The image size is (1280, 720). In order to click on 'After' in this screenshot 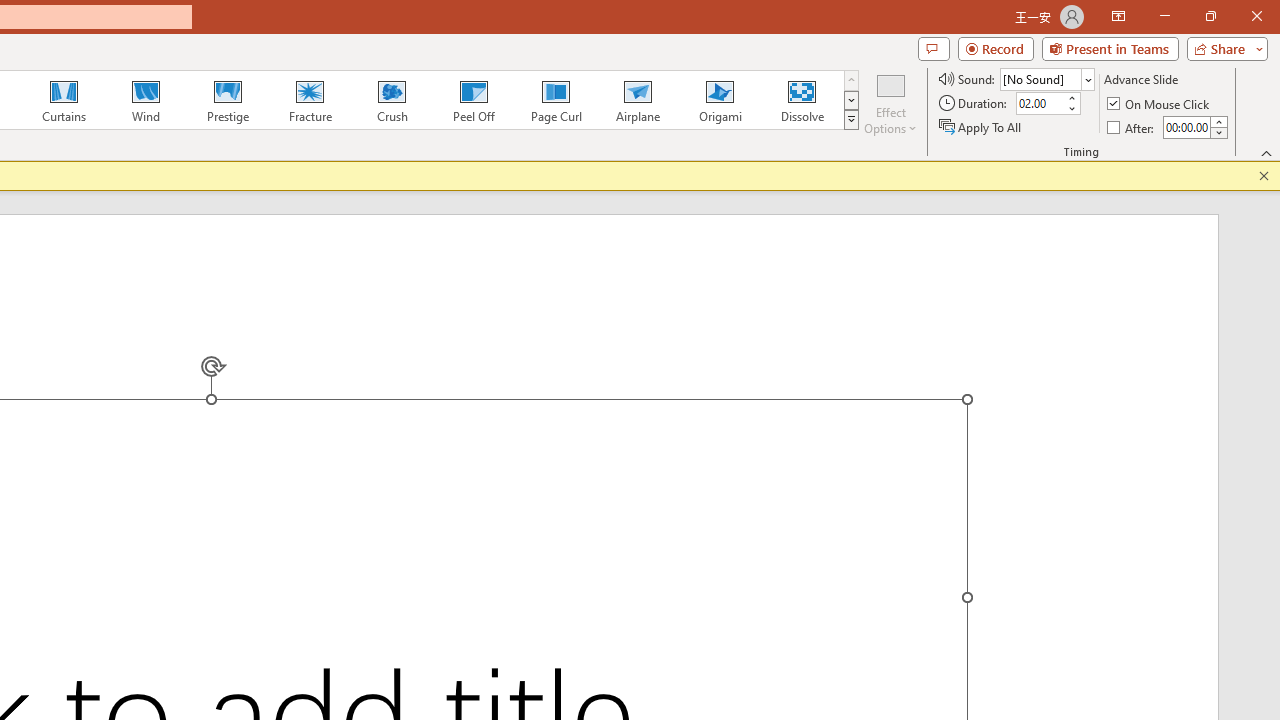, I will do `click(1132, 127)`.